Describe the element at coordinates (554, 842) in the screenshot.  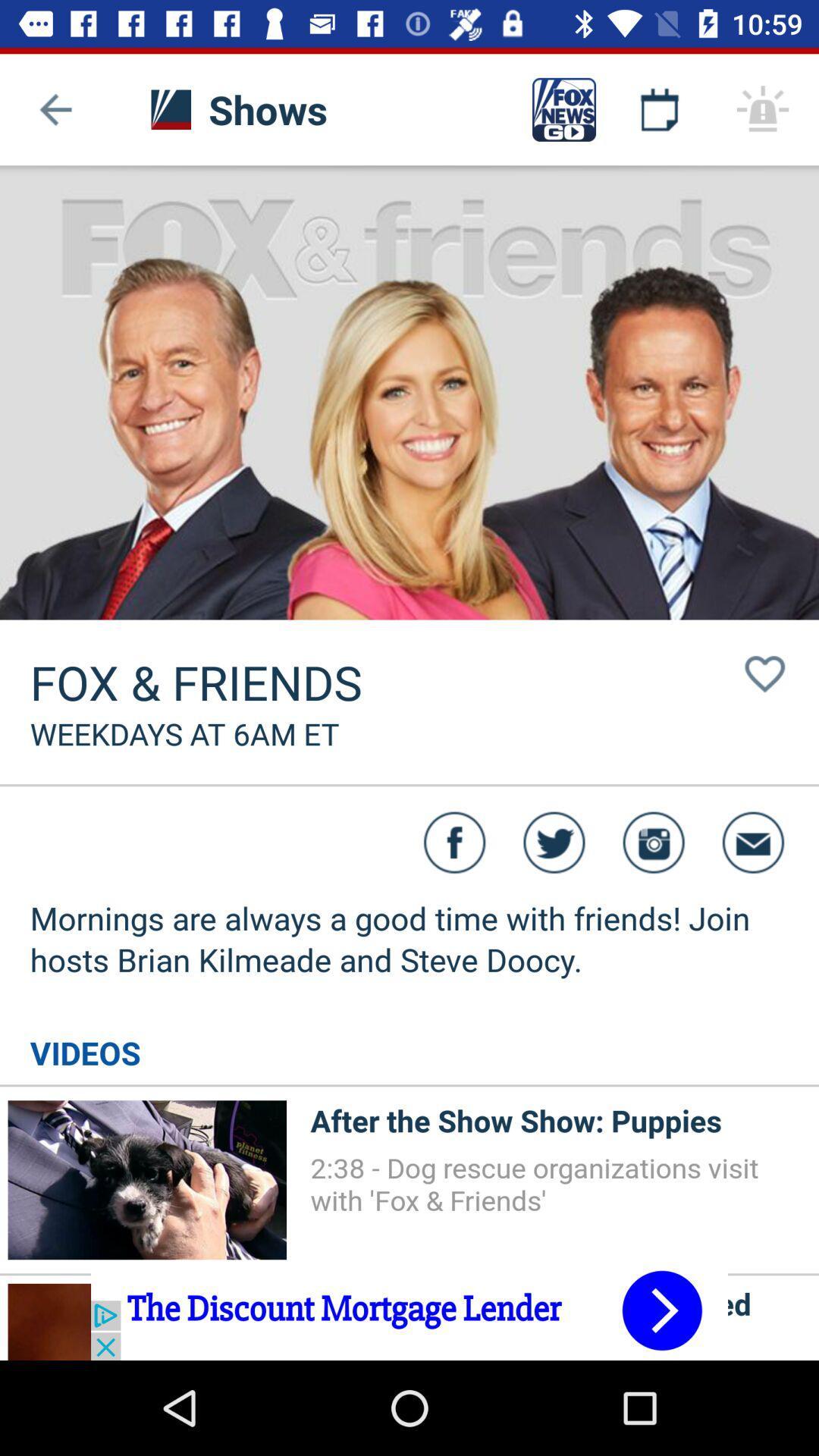
I see `the twitter icon on the page` at that location.